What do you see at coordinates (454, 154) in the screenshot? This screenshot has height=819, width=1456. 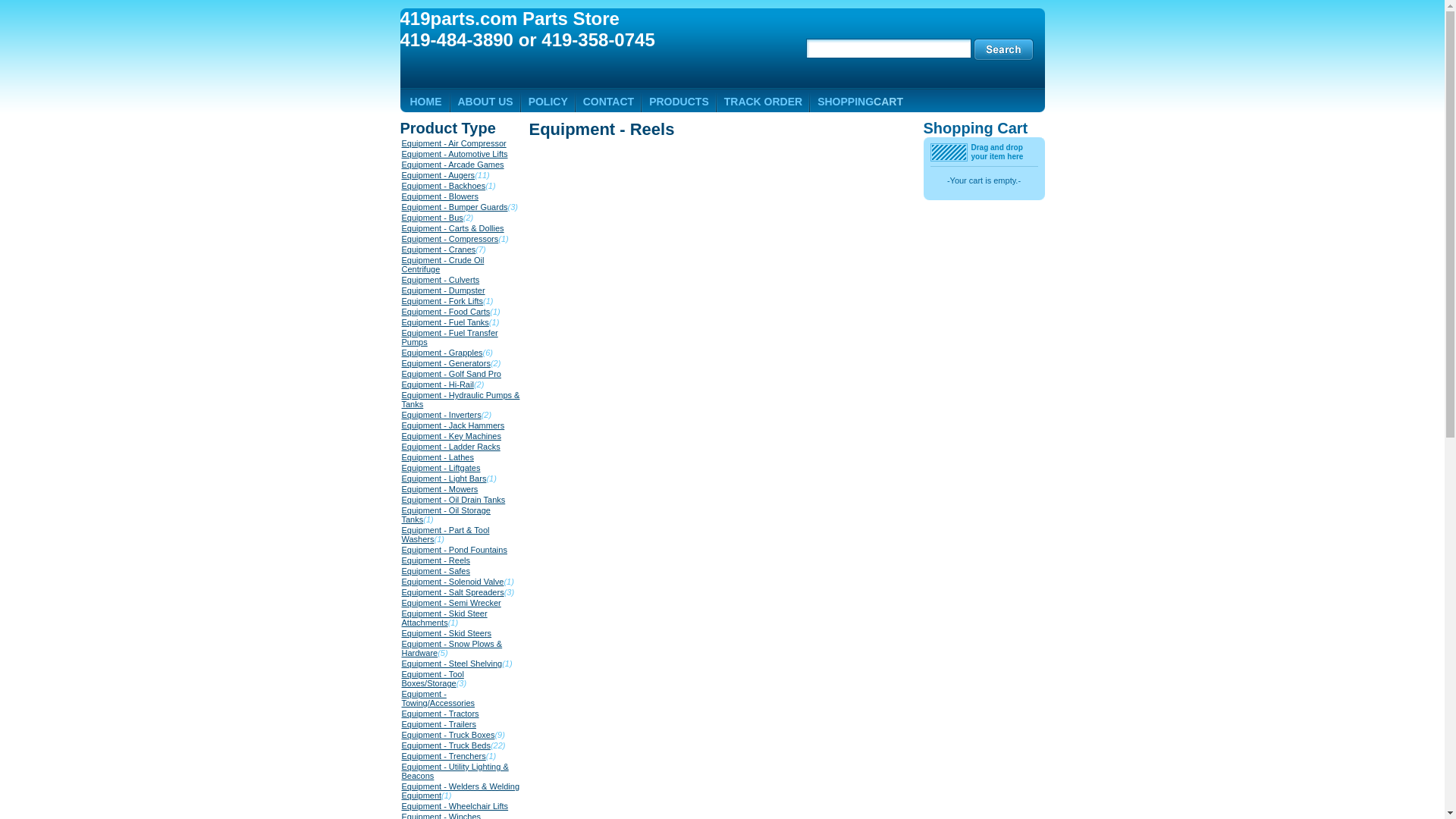 I see `'Equipment - Automotive Lifts'` at bounding box center [454, 154].